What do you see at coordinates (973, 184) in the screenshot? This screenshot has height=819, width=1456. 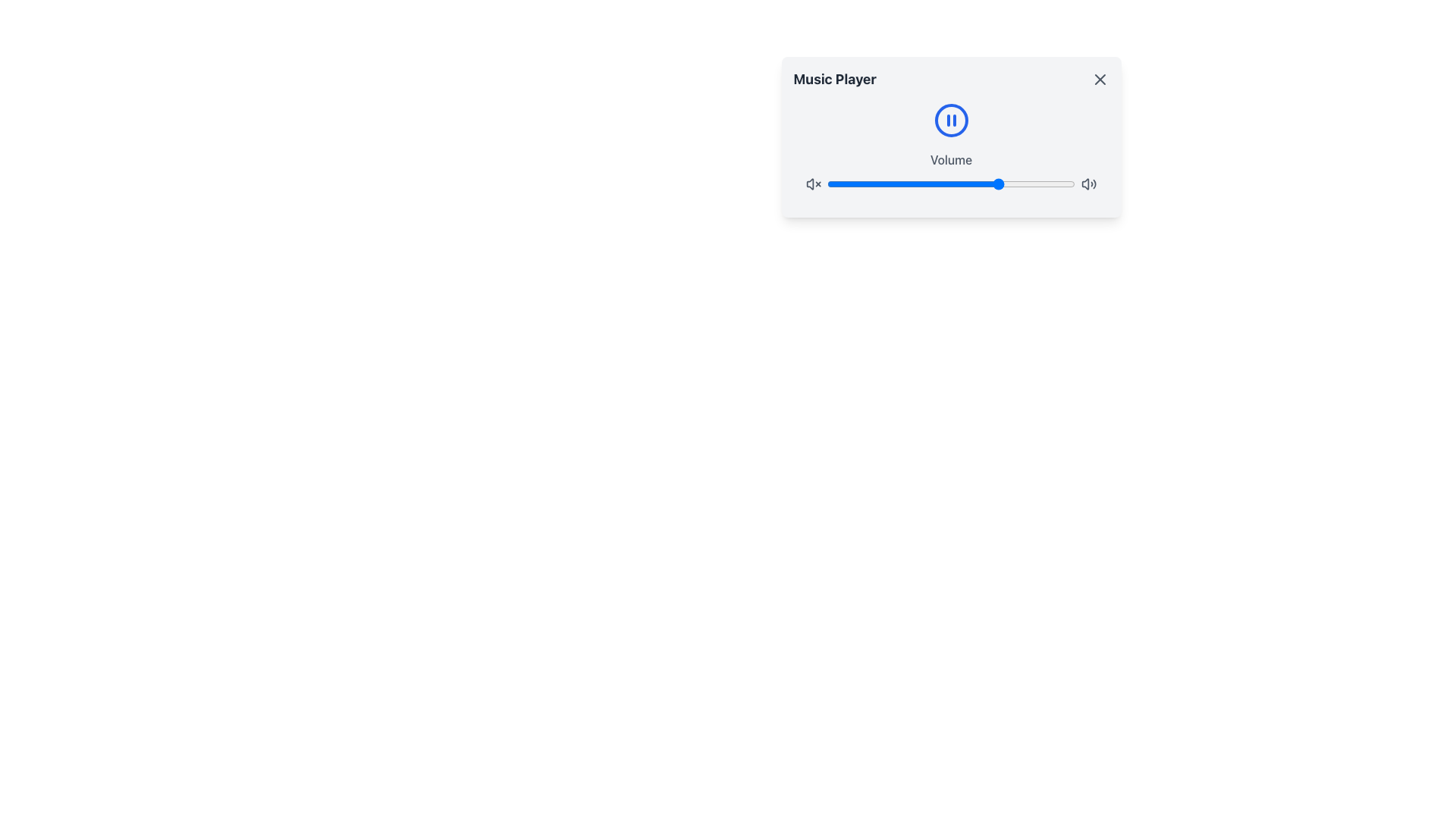 I see `the volume slider` at bounding box center [973, 184].